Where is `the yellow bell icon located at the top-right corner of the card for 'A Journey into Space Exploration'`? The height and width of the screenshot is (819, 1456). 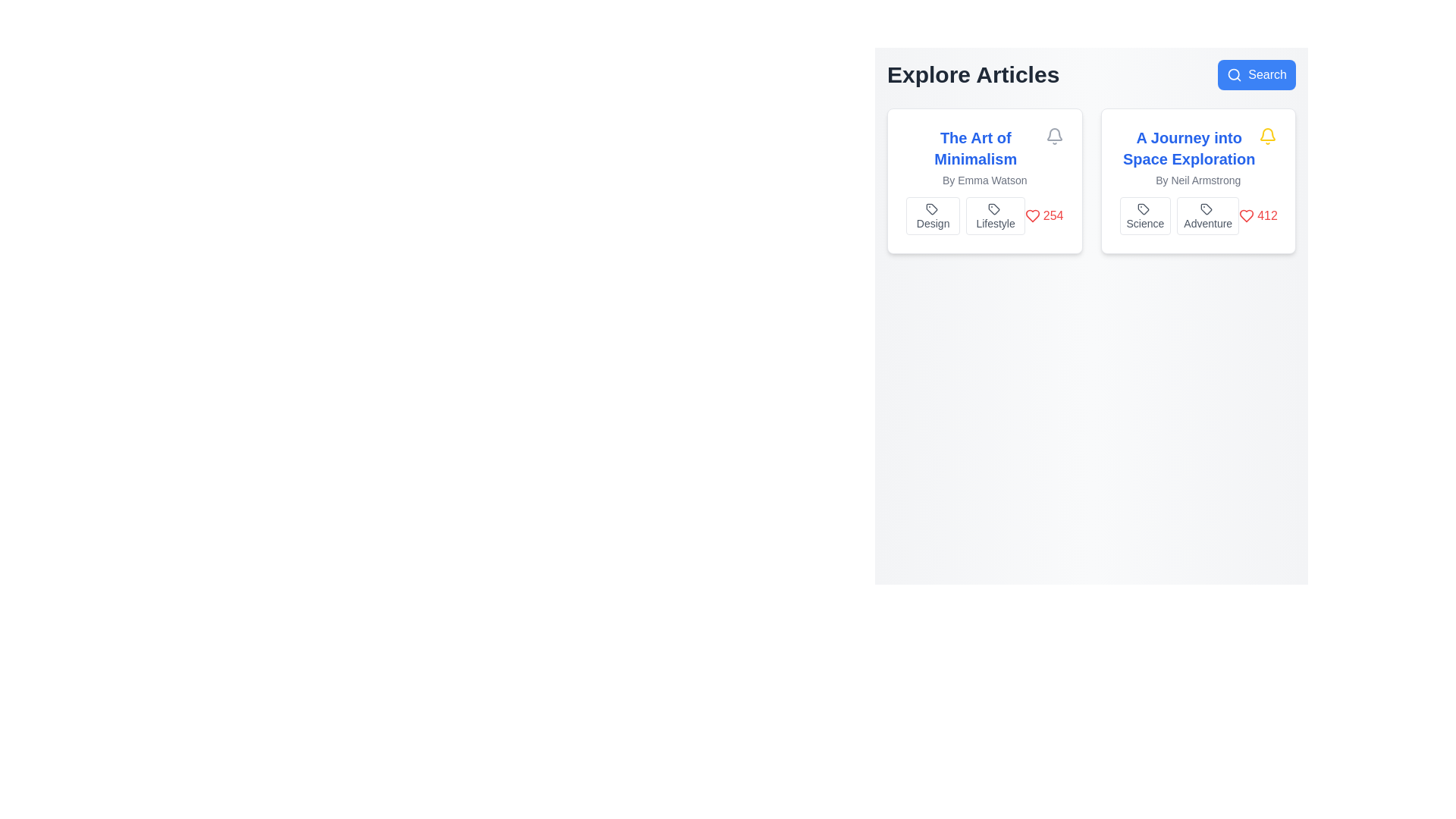 the yellow bell icon located at the top-right corner of the card for 'A Journey into Space Exploration' is located at coordinates (1267, 136).